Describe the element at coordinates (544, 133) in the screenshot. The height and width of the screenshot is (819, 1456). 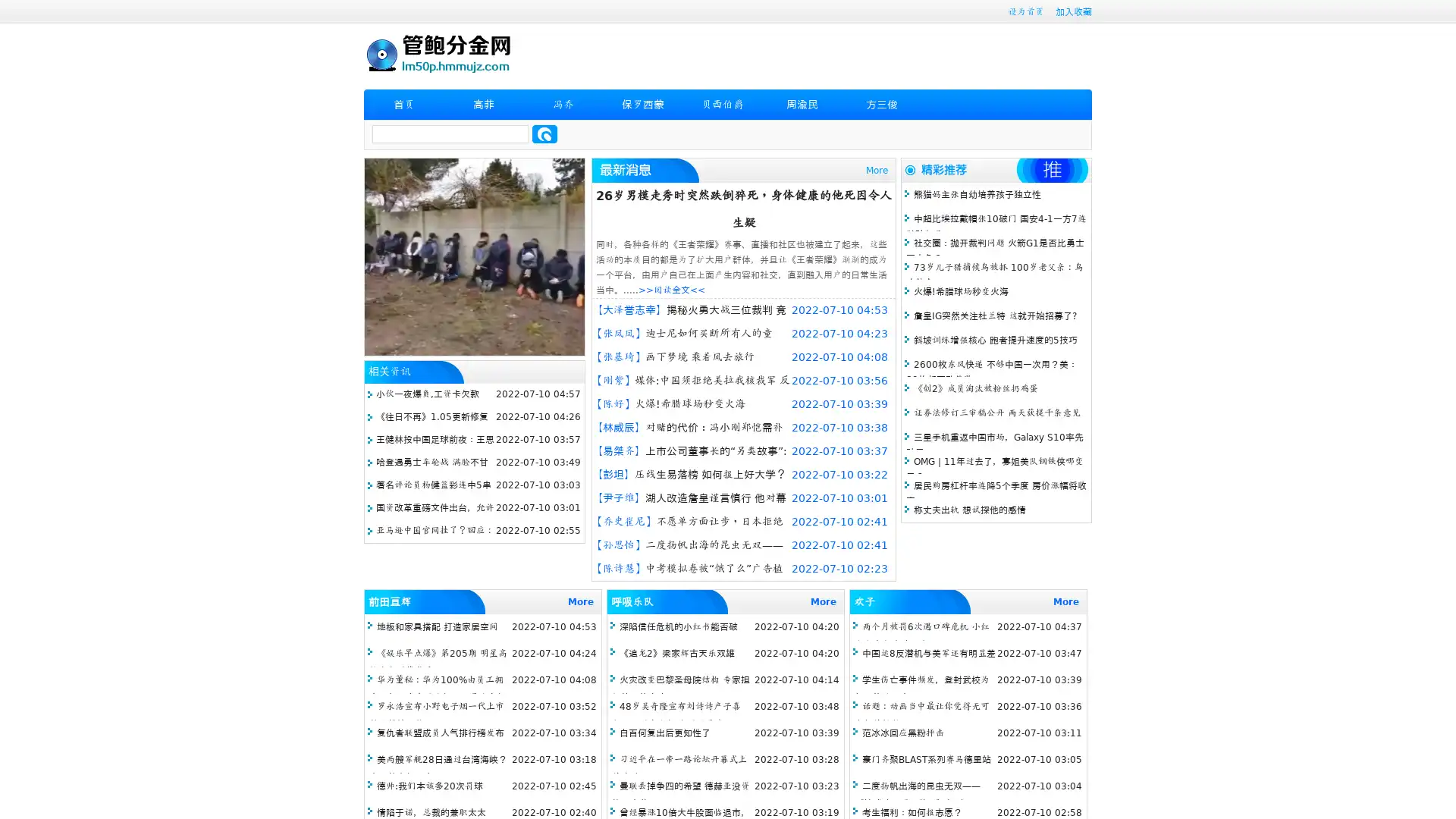
I see `Search` at that location.